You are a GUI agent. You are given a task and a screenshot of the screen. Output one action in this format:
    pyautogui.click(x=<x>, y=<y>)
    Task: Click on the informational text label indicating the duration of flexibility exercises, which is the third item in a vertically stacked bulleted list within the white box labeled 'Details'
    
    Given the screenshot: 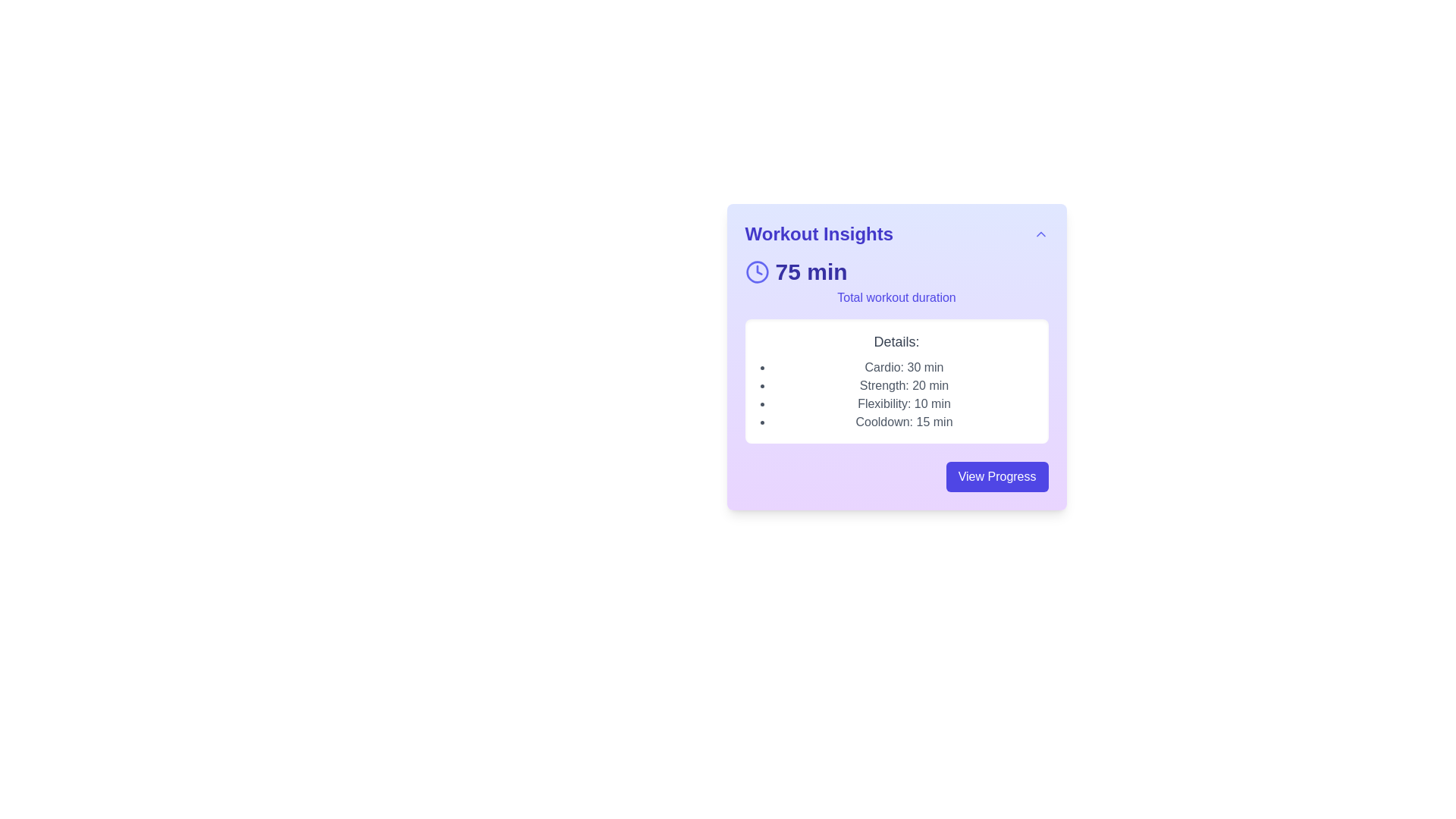 What is the action you would take?
    pyautogui.click(x=904, y=403)
    